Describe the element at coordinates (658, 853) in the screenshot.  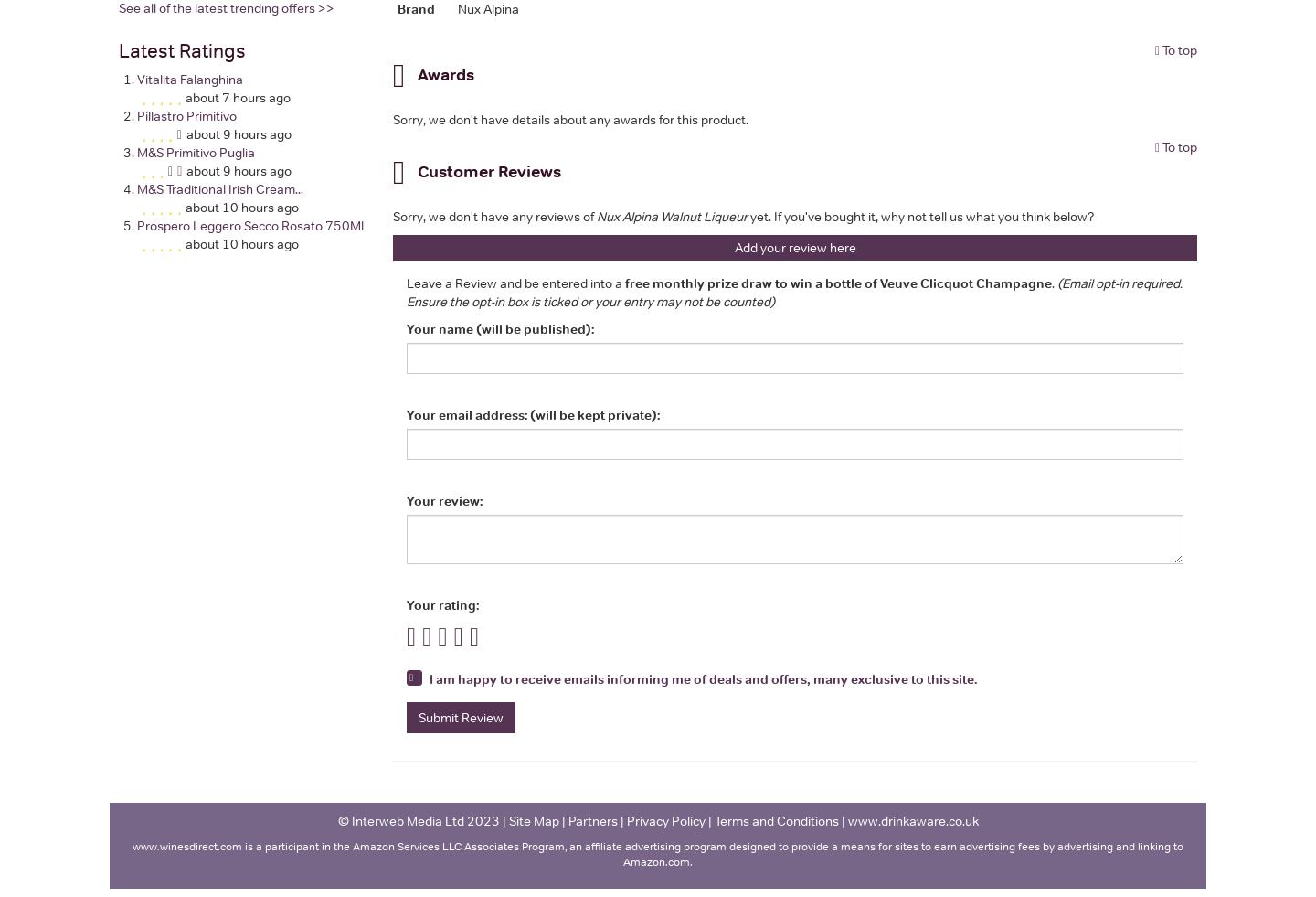
I see `'www.winesdirect.com ﻿﻿is a participant in the Amazon Services LLC Associates Program, an affiliate advertising program designed to provide a means for sites to earn advertising fees by advertising and linking to Amazon.com.'` at that location.